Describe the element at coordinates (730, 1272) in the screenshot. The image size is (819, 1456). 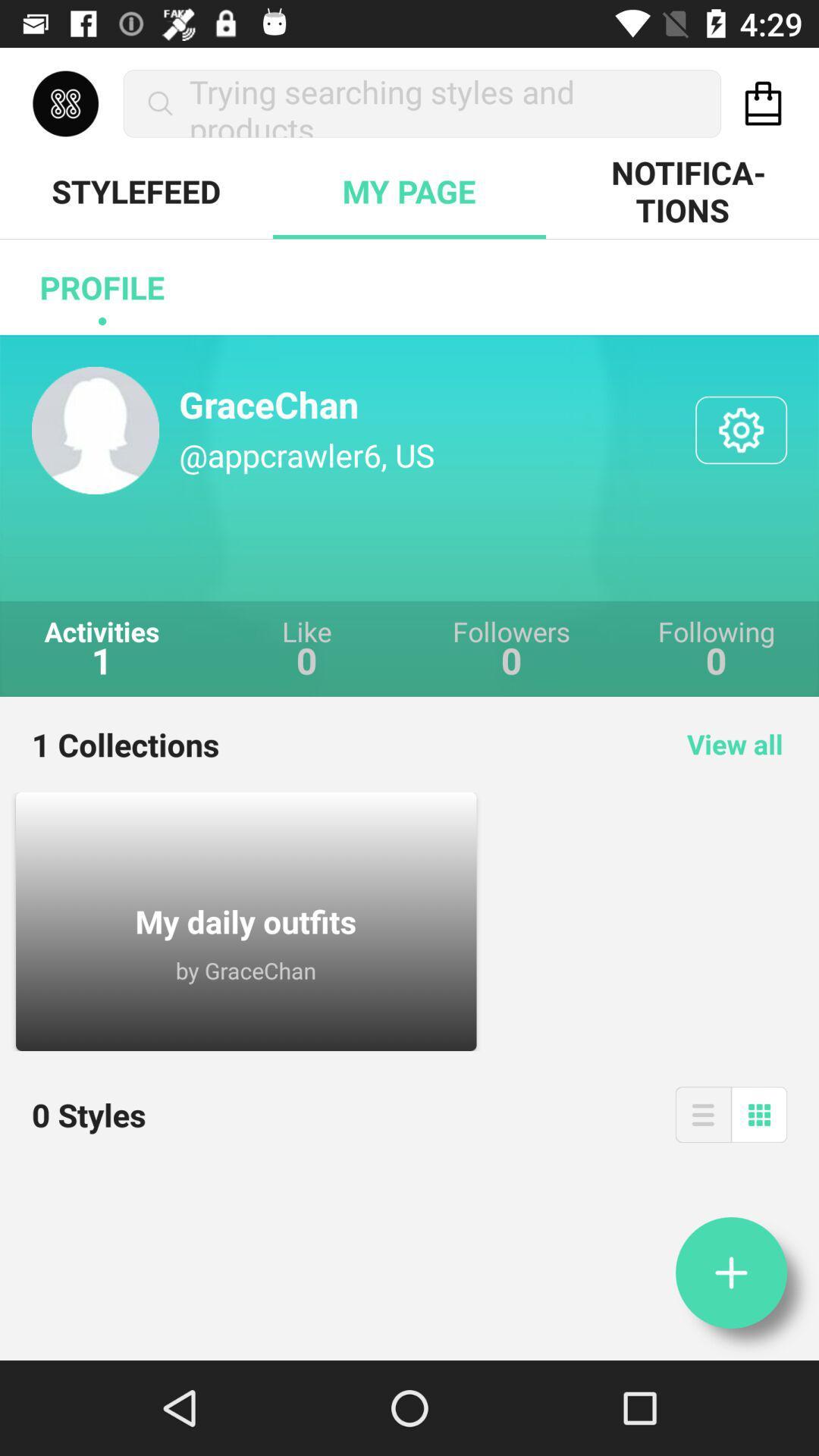
I see `tap for more information` at that location.